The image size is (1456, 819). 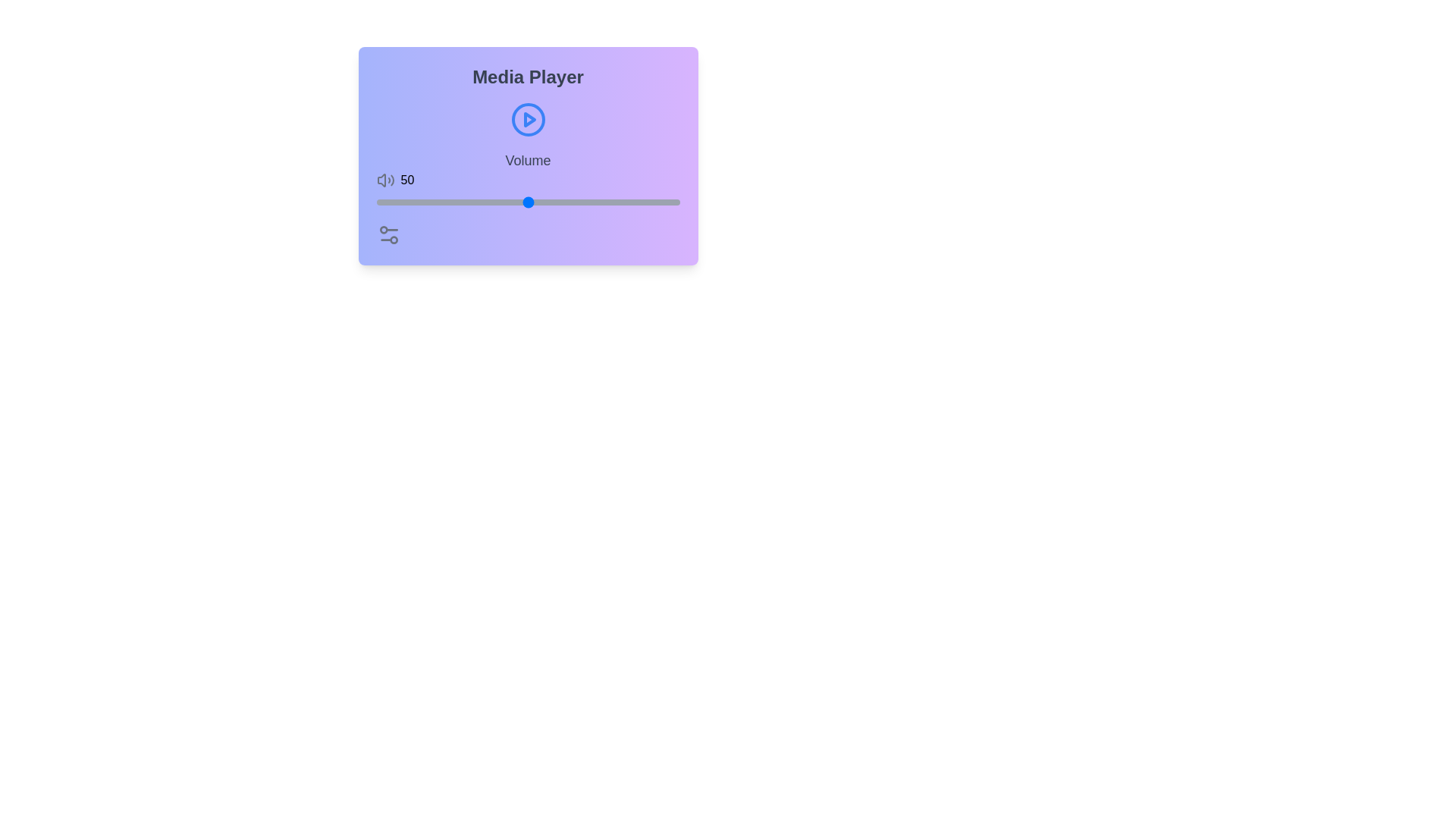 I want to click on the volume level, so click(x=457, y=201).